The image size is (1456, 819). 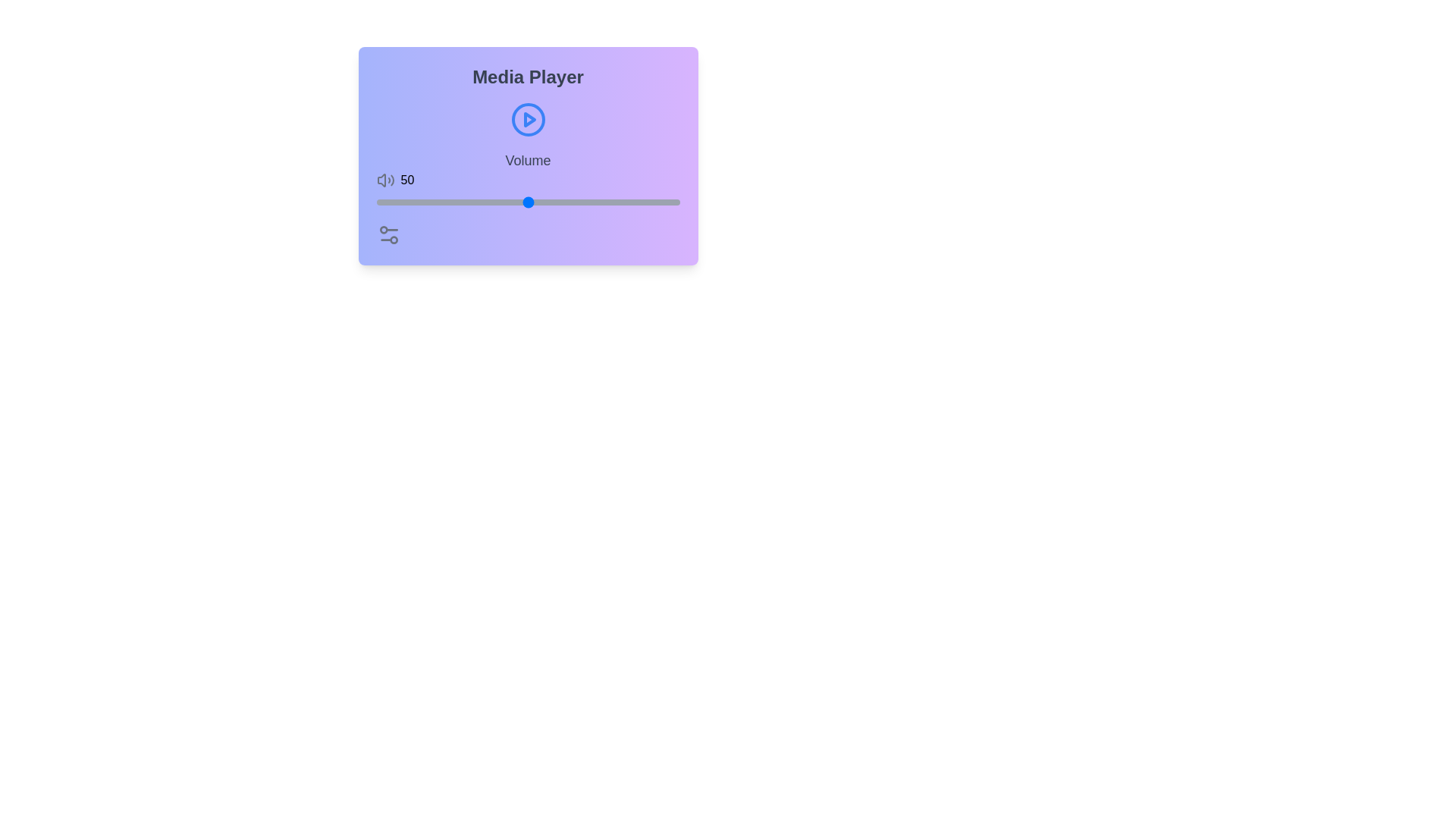 I want to click on the volume level, so click(x=457, y=201).